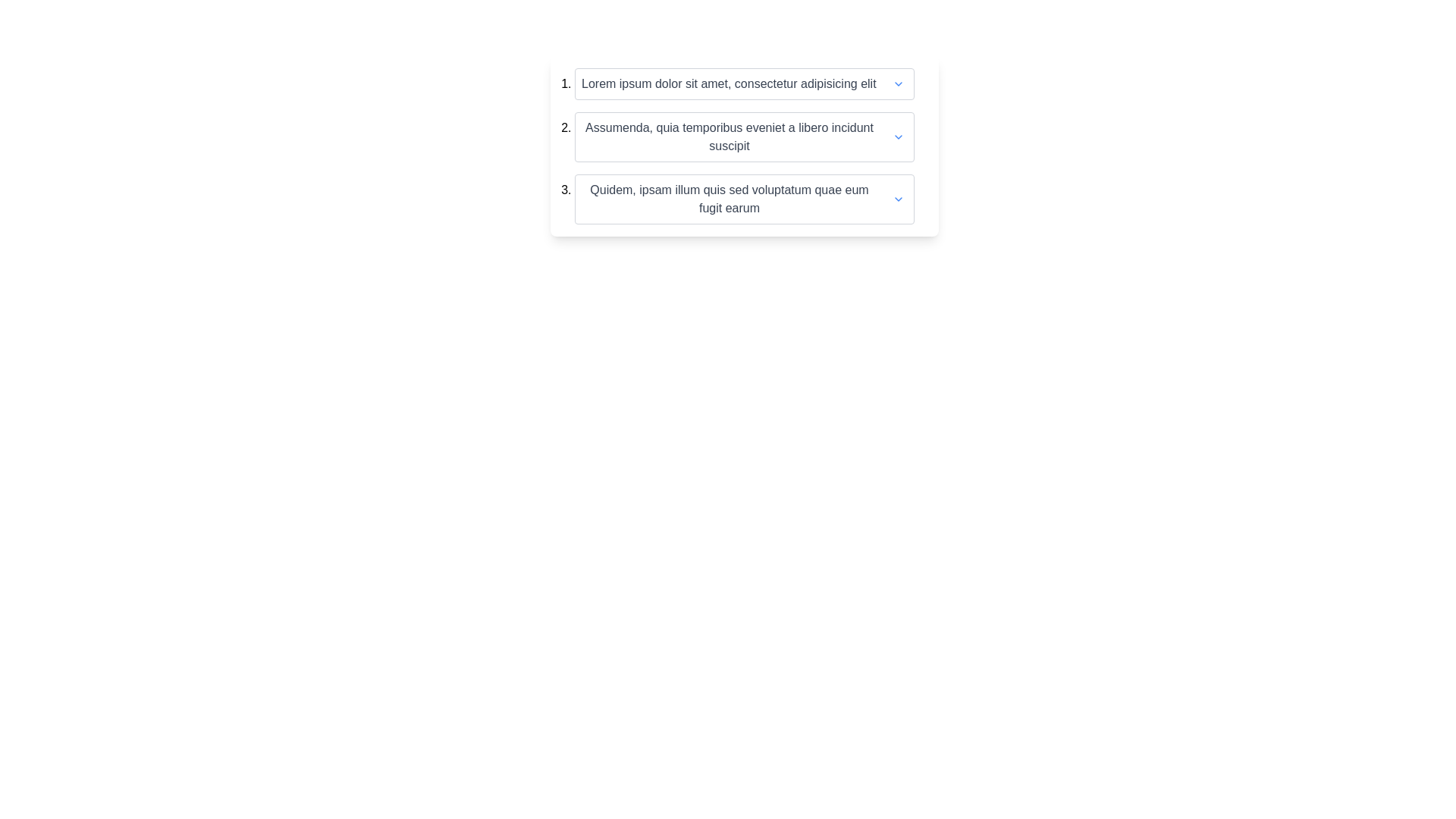 Image resolution: width=1456 pixels, height=819 pixels. What do you see at coordinates (899, 84) in the screenshot?
I see `the small downwards-pointing chevron icon, which is positioned at the rightmost end of the first textual list entry` at bounding box center [899, 84].